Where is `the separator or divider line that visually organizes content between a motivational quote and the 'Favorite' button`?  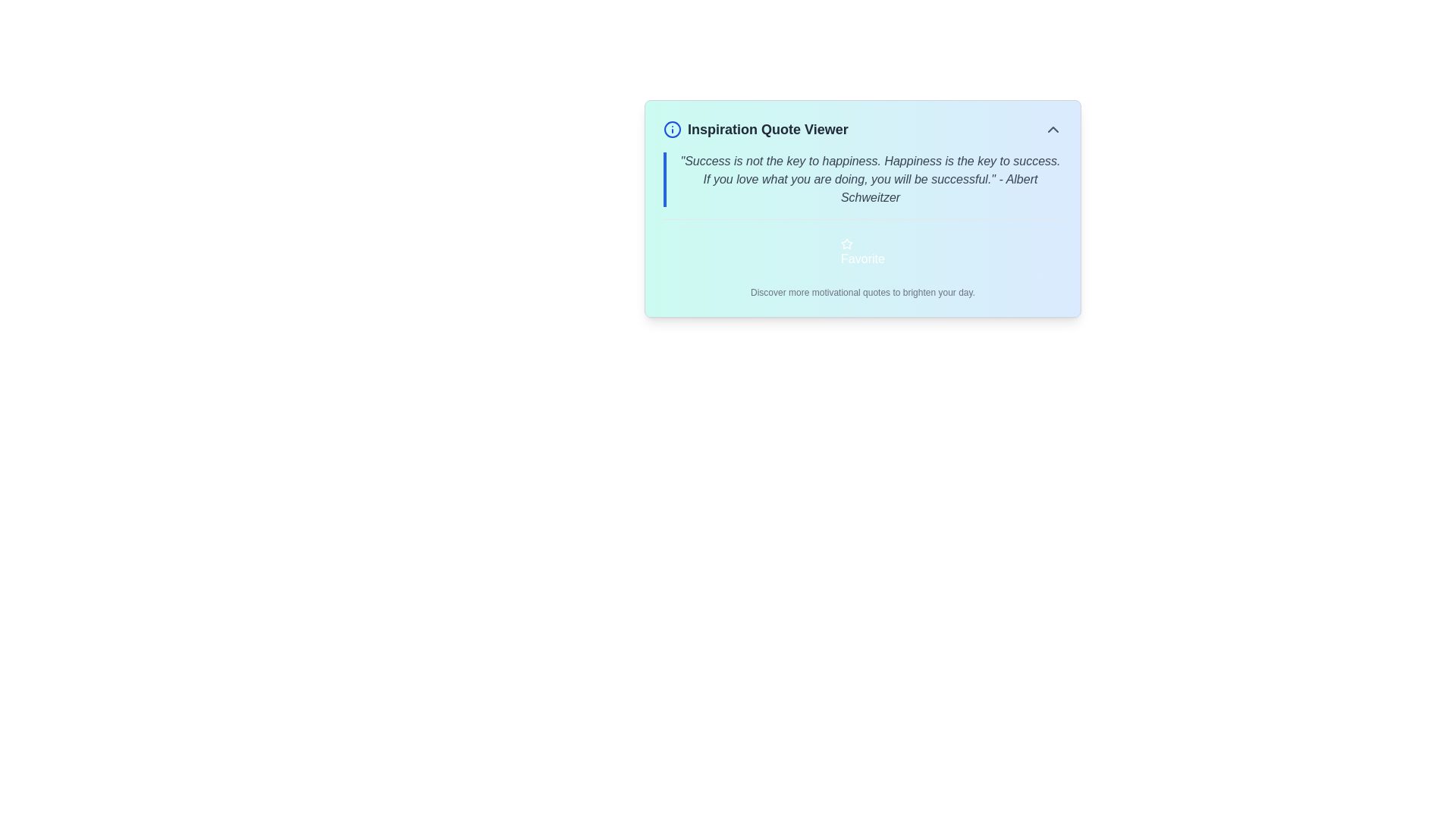 the separator or divider line that visually organizes content between a motivational quote and the 'Favorite' button is located at coordinates (862, 219).